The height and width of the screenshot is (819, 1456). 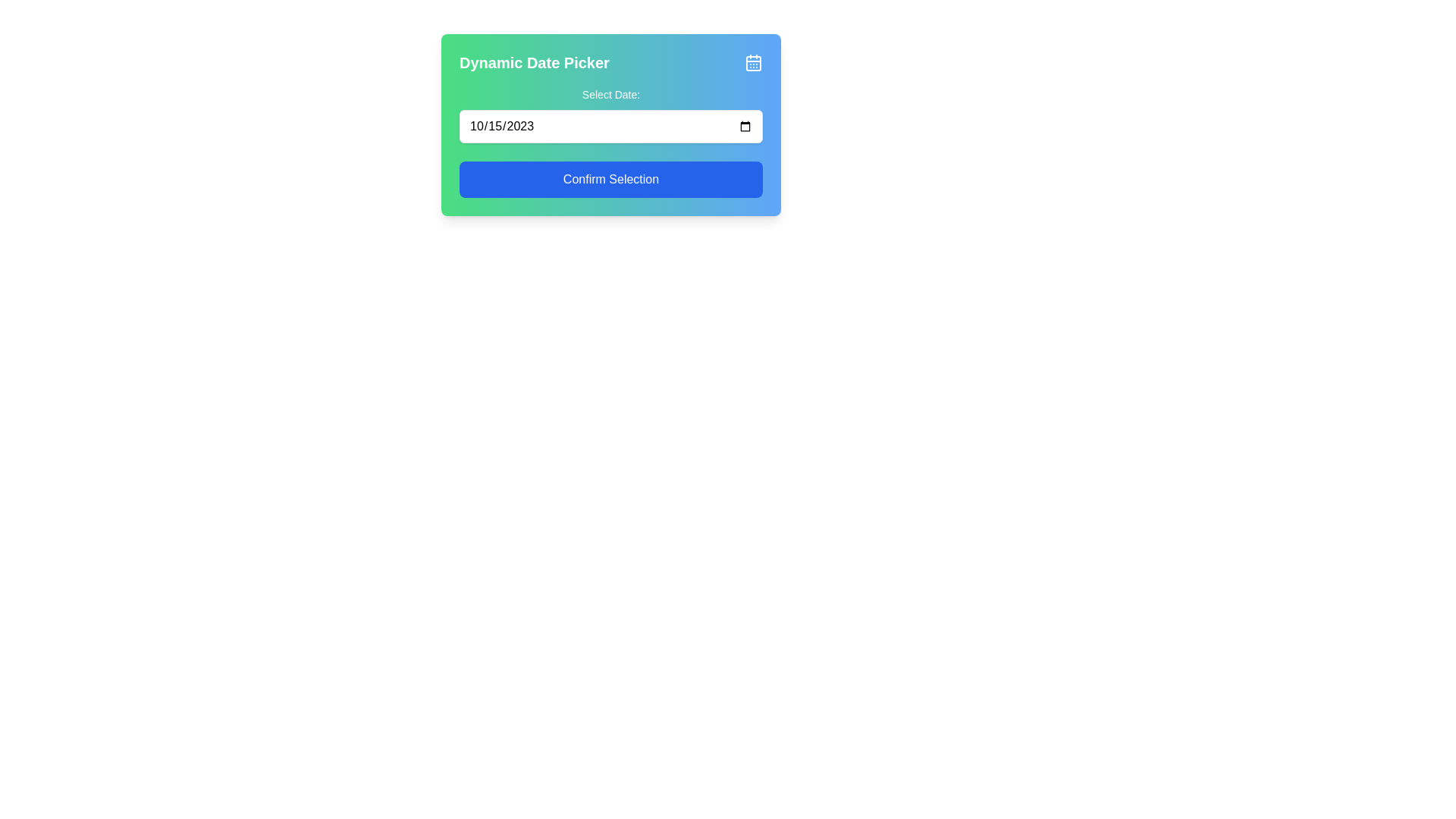 What do you see at coordinates (611, 94) in the screenshot?
I see `the text label that indicates the purpose of the adjacent date input field, which is positioned above the input field in the date picker interface` at bounding box center [611, 94].